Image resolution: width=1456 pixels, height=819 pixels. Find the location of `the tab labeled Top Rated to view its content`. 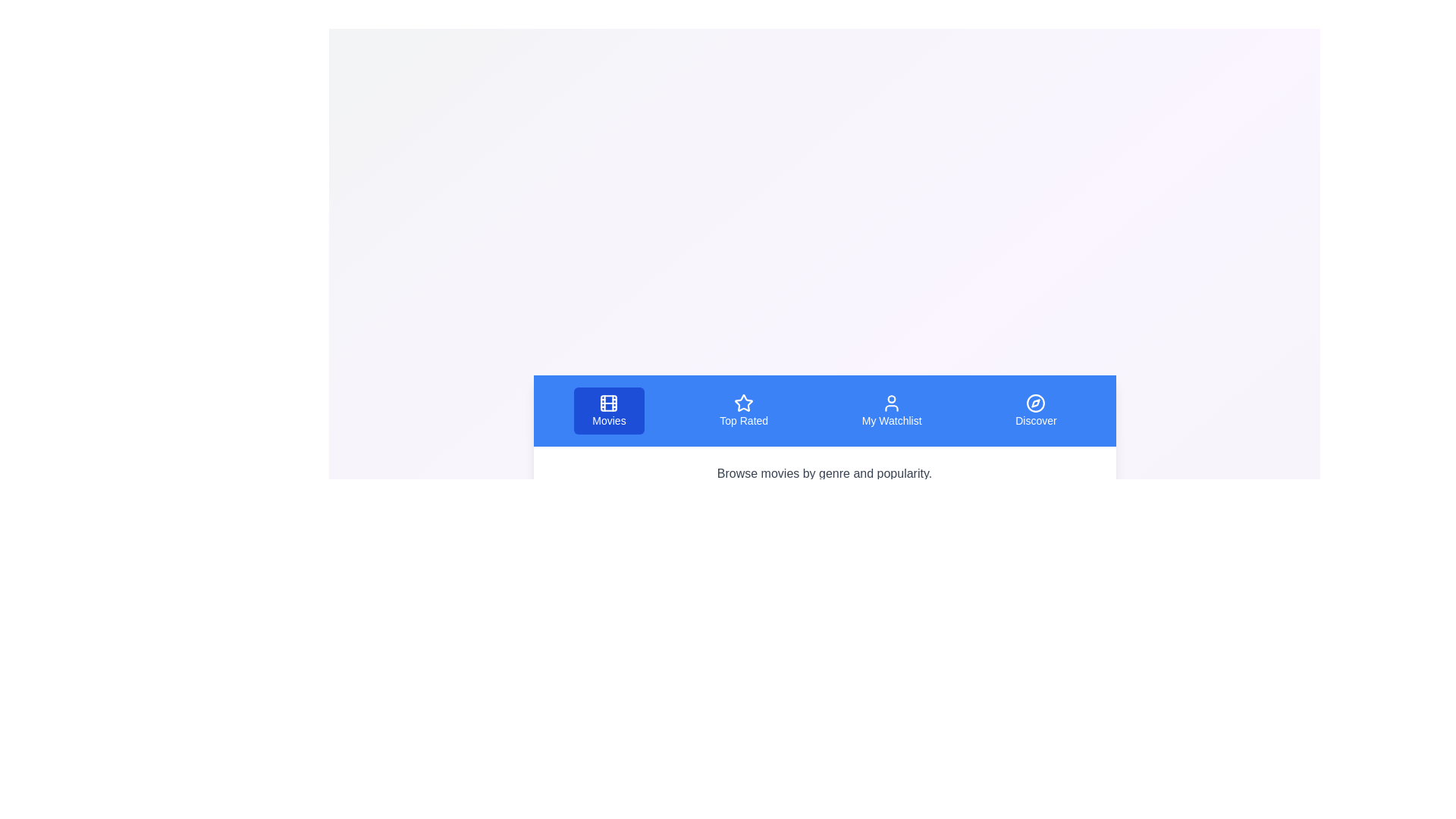

the tab labeled Top Rated to view its content is located at coordinates (744, 411).